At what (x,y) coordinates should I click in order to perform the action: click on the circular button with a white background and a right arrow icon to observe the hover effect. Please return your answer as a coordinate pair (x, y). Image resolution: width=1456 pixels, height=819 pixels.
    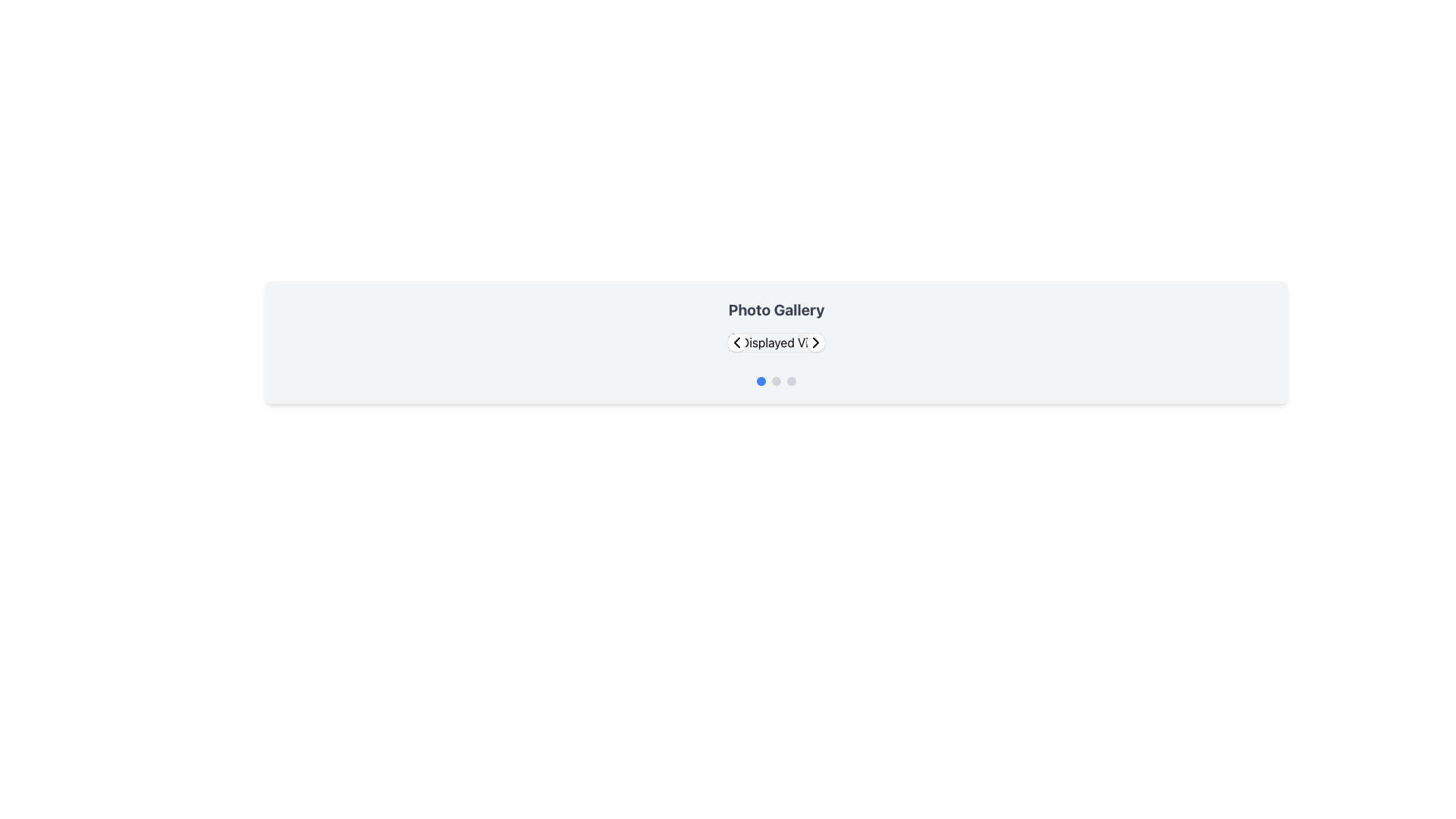
    Looking at the image, I should click on (814, 342).